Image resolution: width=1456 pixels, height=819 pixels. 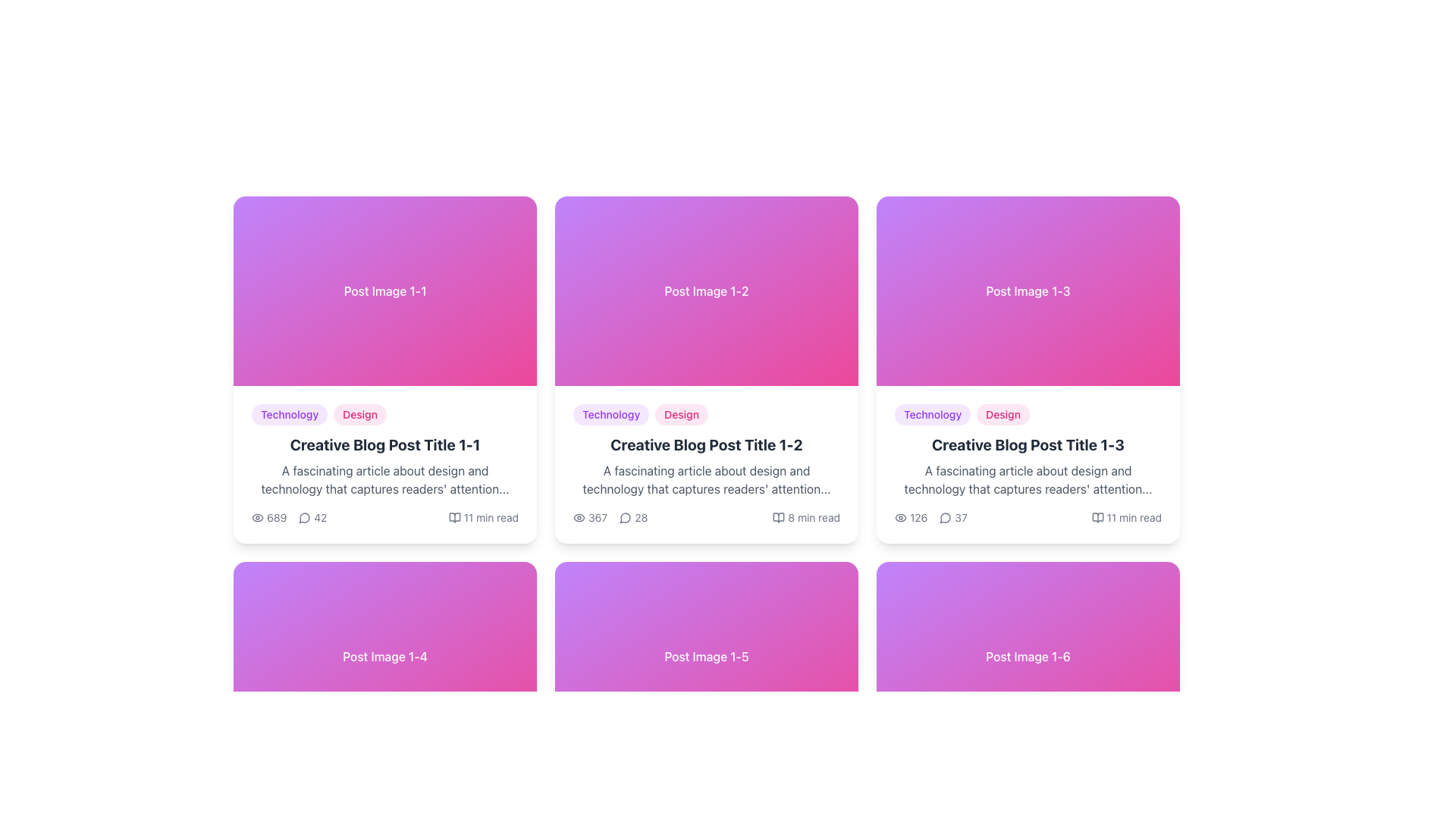 What do you see at coordinates (258, 516) in the screenshot?
I see `the eye-shaped SVG icon located in the footer section of the first card on the top row, positioned to the left of the numeric label '689'` at bounding box center [258, 516].